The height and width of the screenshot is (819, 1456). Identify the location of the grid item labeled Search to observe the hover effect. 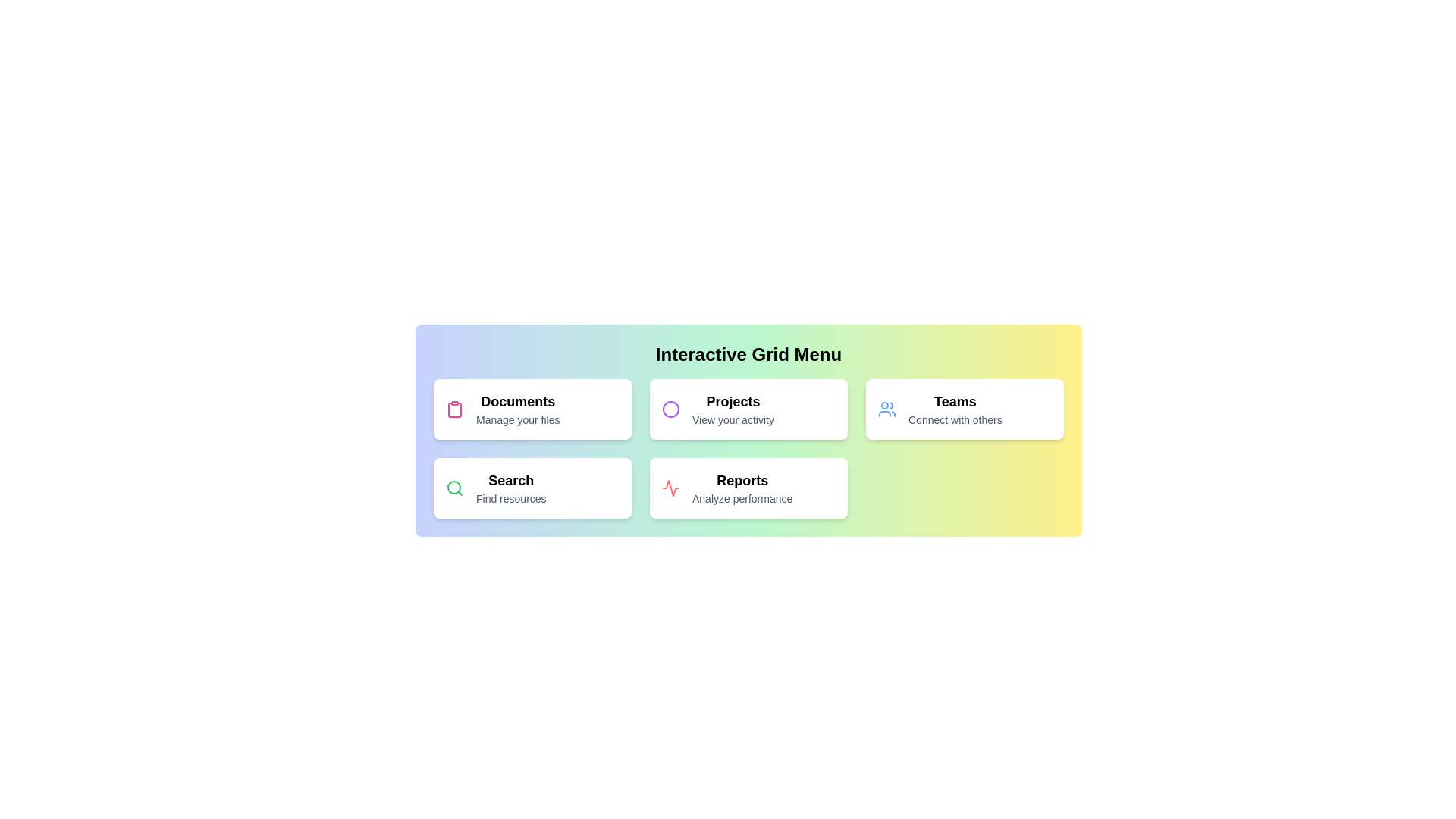
(532, 488).